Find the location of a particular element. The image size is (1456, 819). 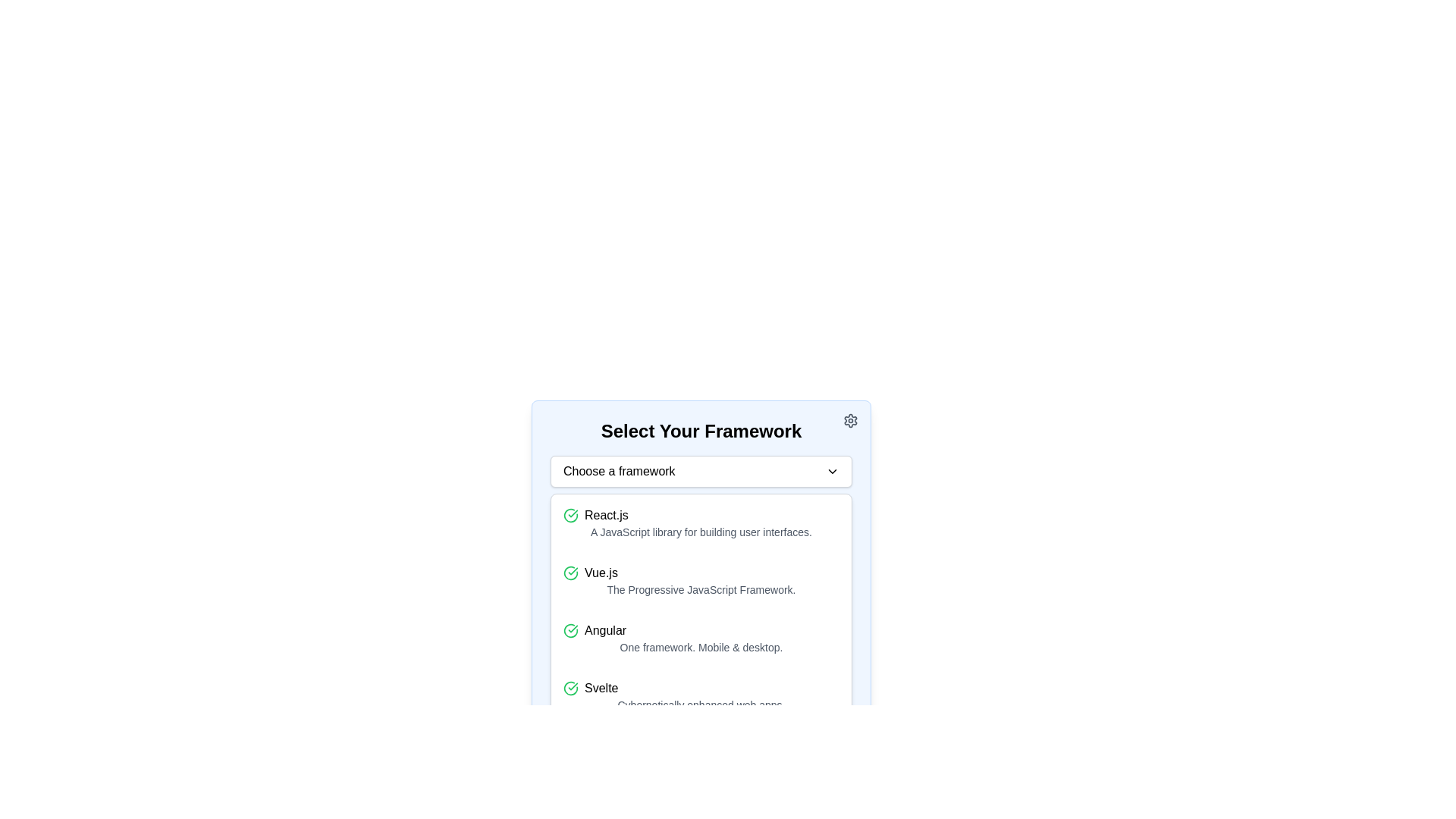

the circular green icon with a checkmark inside, which indicates a positive action or confirmation, located to the left of the text 'Svelte' is located at coordinates (570, 688).